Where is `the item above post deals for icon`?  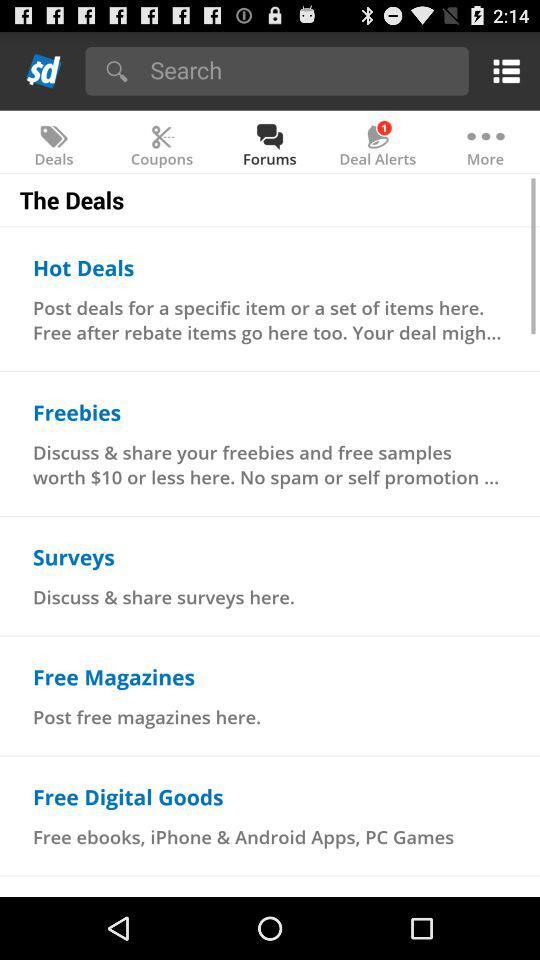 the item above post deals for icon is located at coordinates (82, 266).